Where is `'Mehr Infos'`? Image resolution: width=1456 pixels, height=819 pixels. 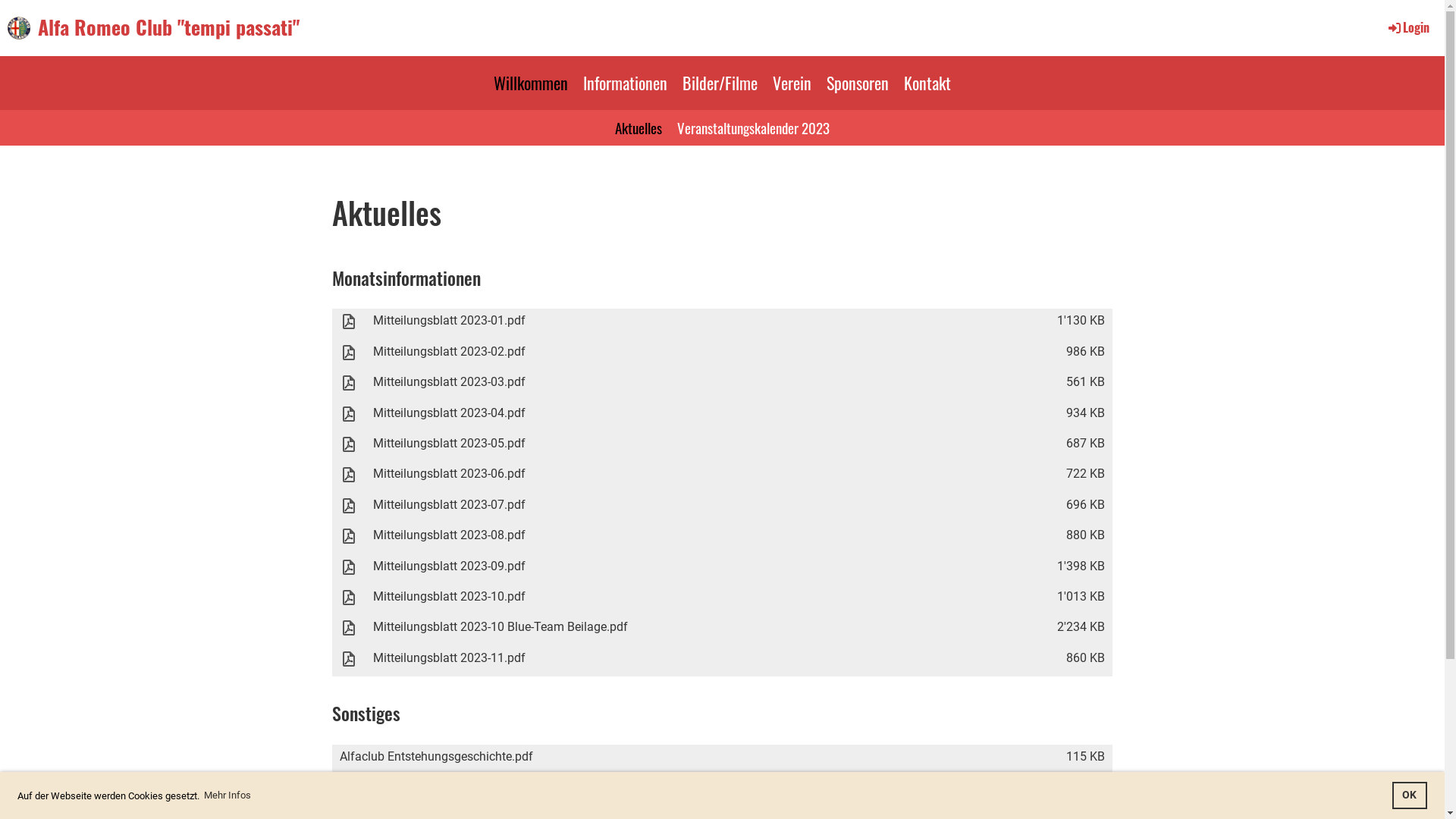
'Mehr Infos' is located at coordinates (226, 795).